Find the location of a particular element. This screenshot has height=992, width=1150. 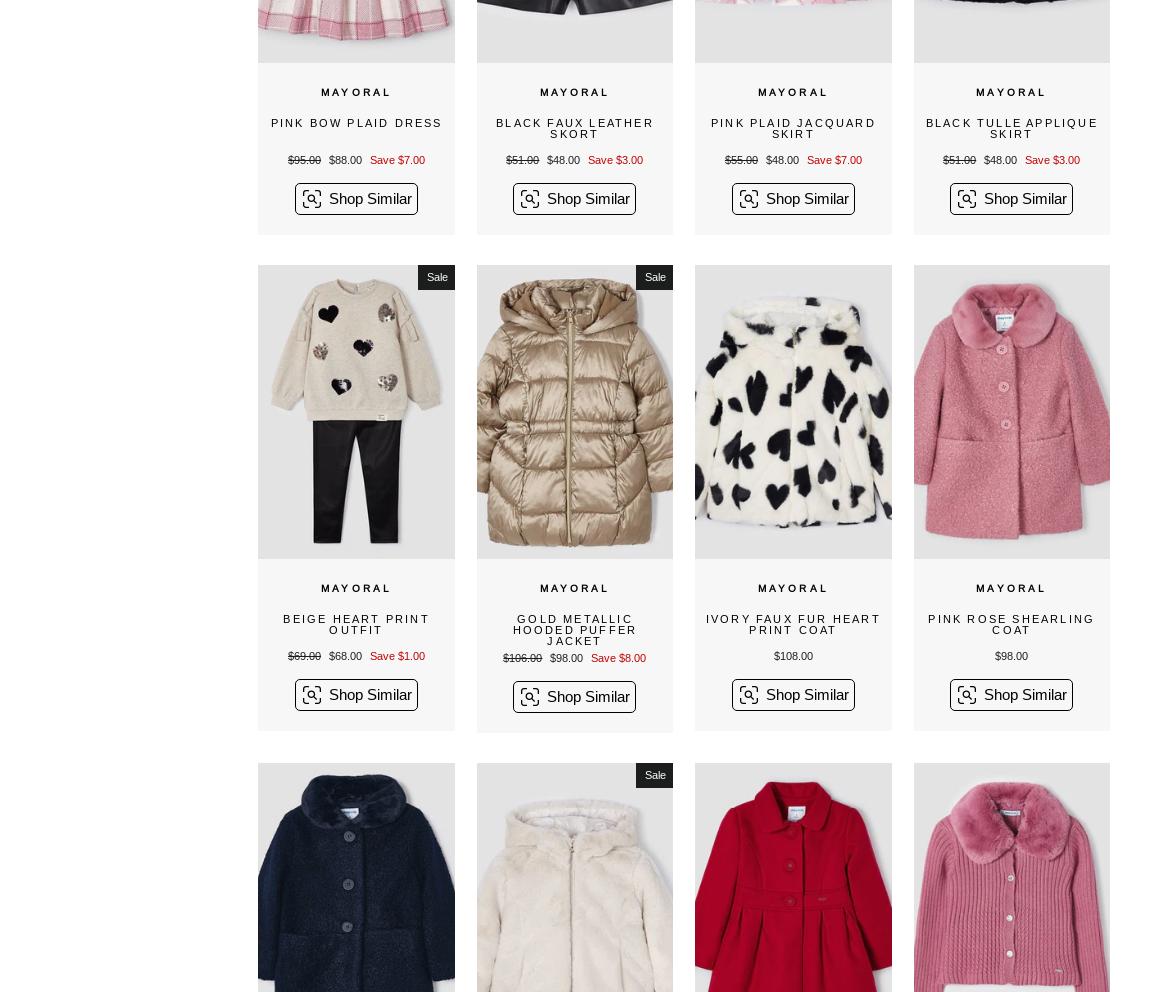

'$88.00' is located at coordinates (346, 159).